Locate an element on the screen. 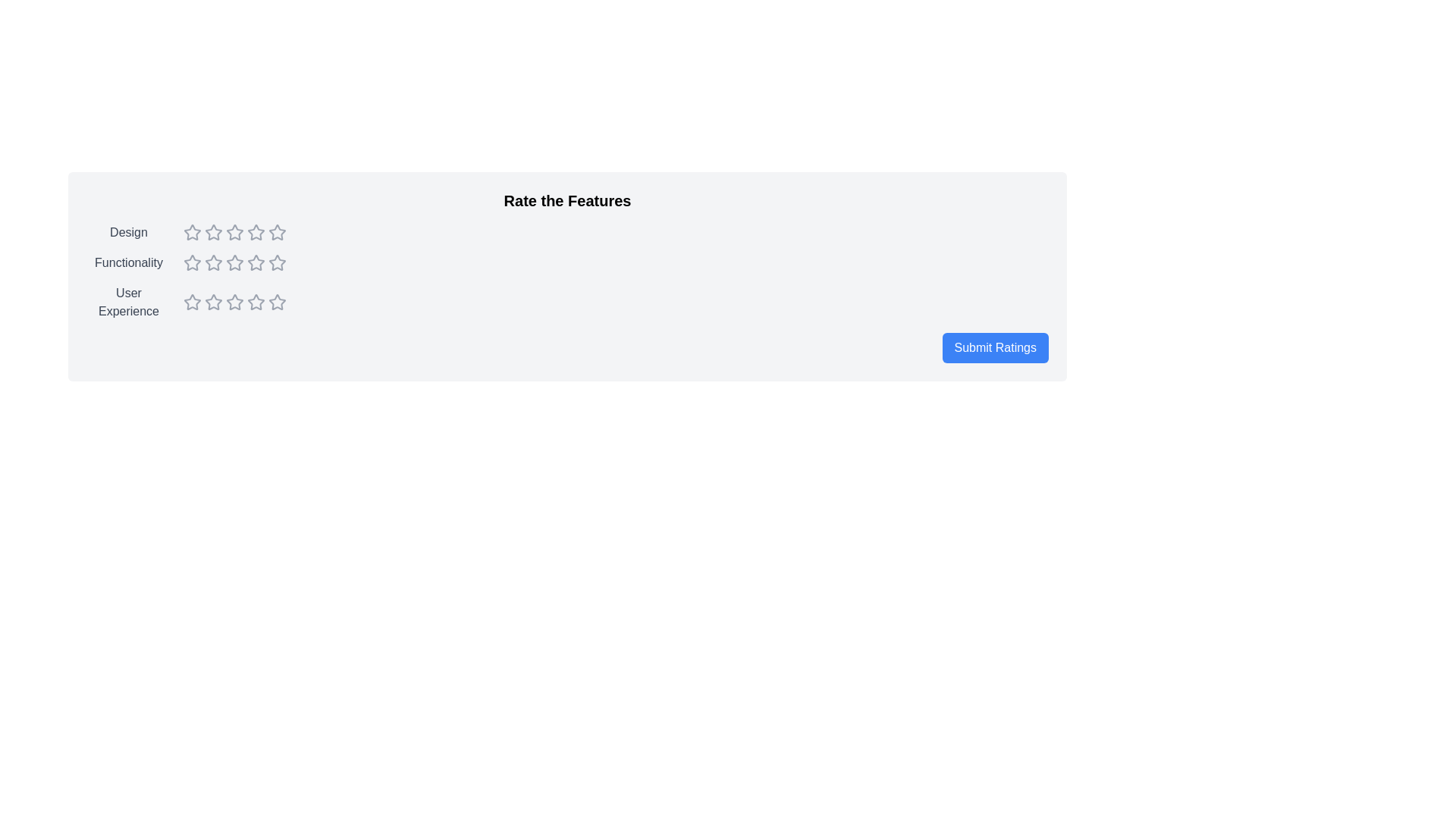 Image resolution: width=1456 pixels, height=819 pixels. the fourth star-shaped rating icon with a hollow center and a silver/gray outline in the 'User Experience' rating row is located at coordinates (276, 301).